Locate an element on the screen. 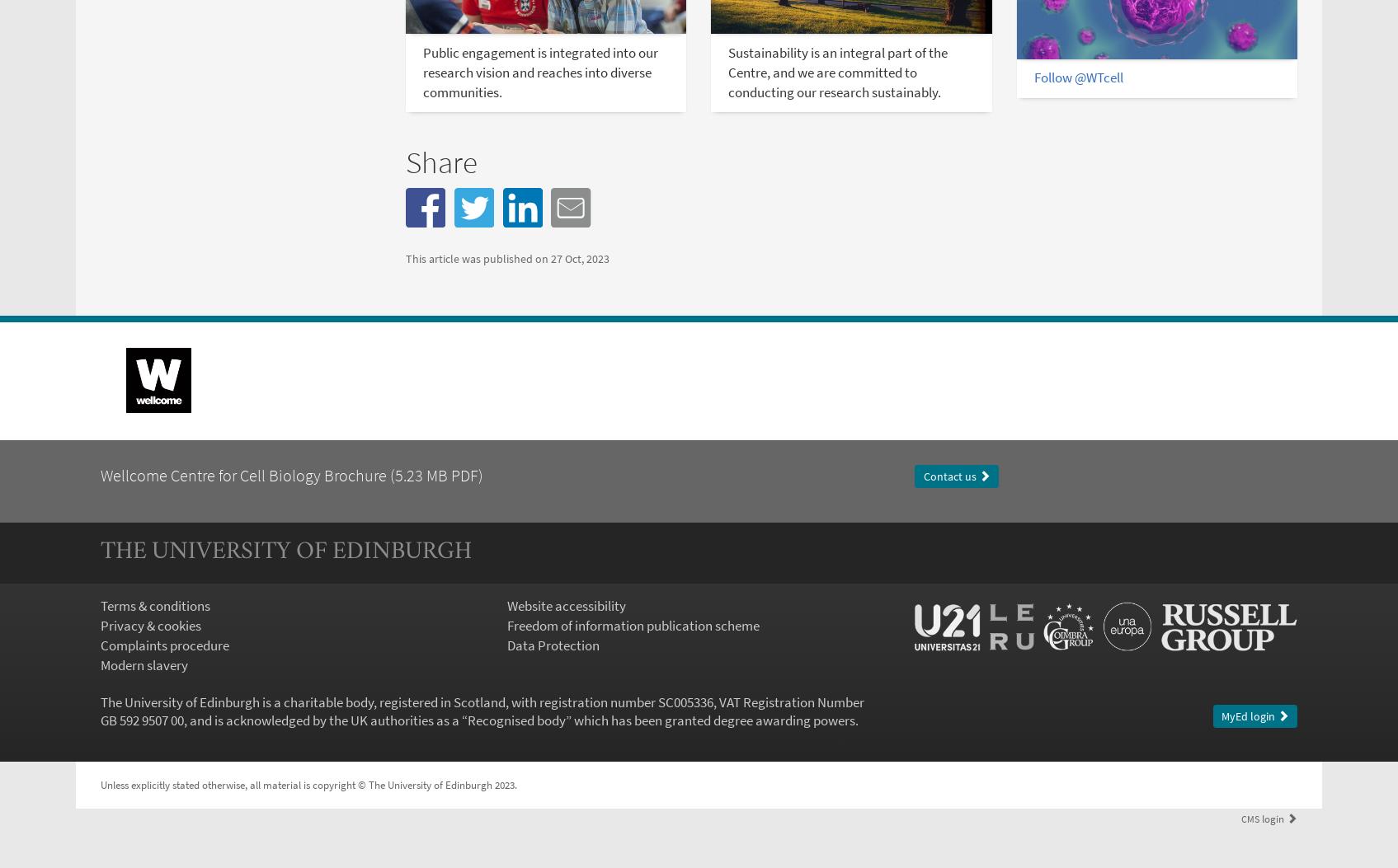  'Website accessibility' is located at coordinates (506, 604).